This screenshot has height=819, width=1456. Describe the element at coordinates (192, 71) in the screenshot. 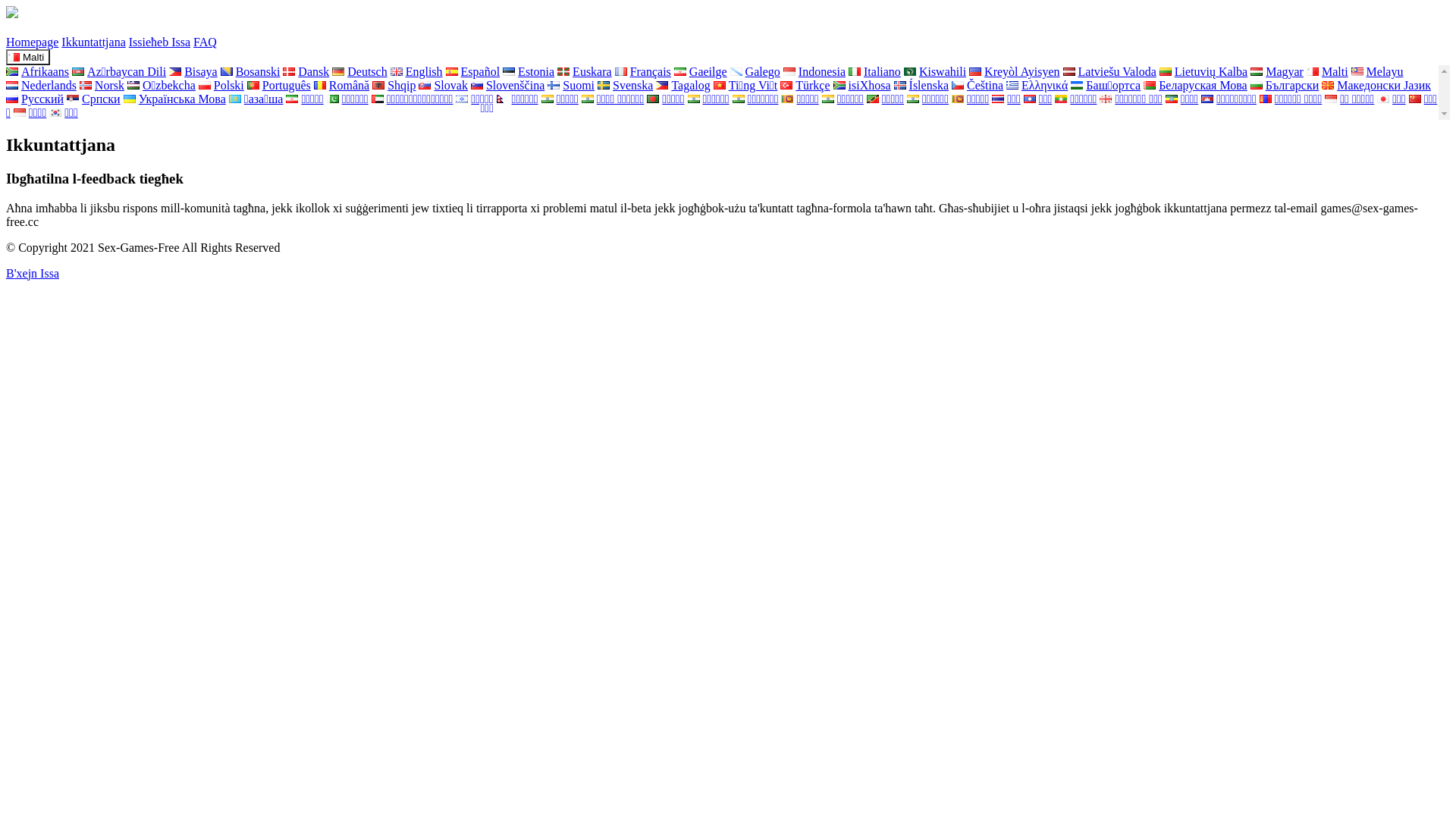

I see `'Bisaya'` at that location.